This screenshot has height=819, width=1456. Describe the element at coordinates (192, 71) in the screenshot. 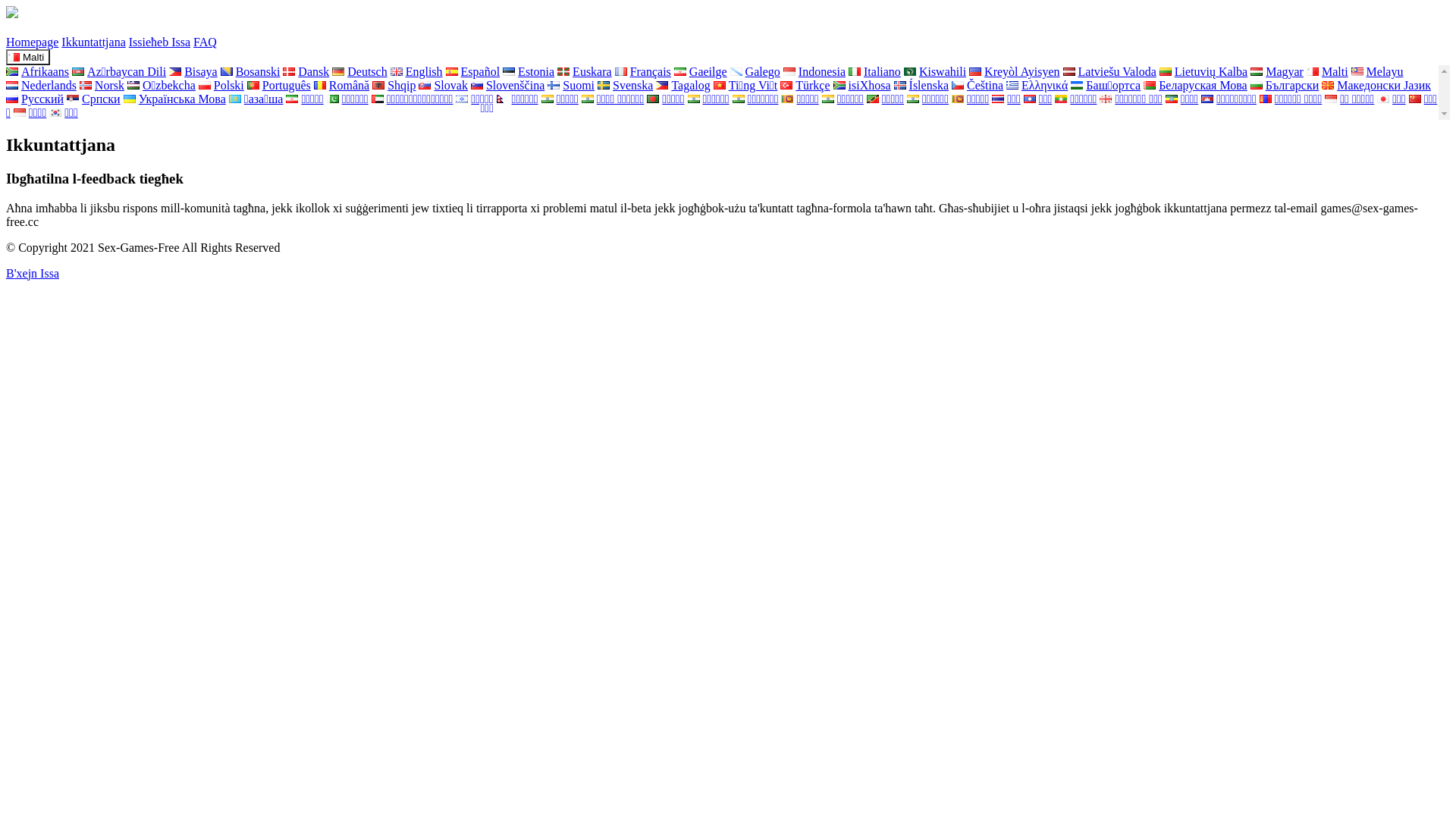

I see `'Bisaya'` at that location.